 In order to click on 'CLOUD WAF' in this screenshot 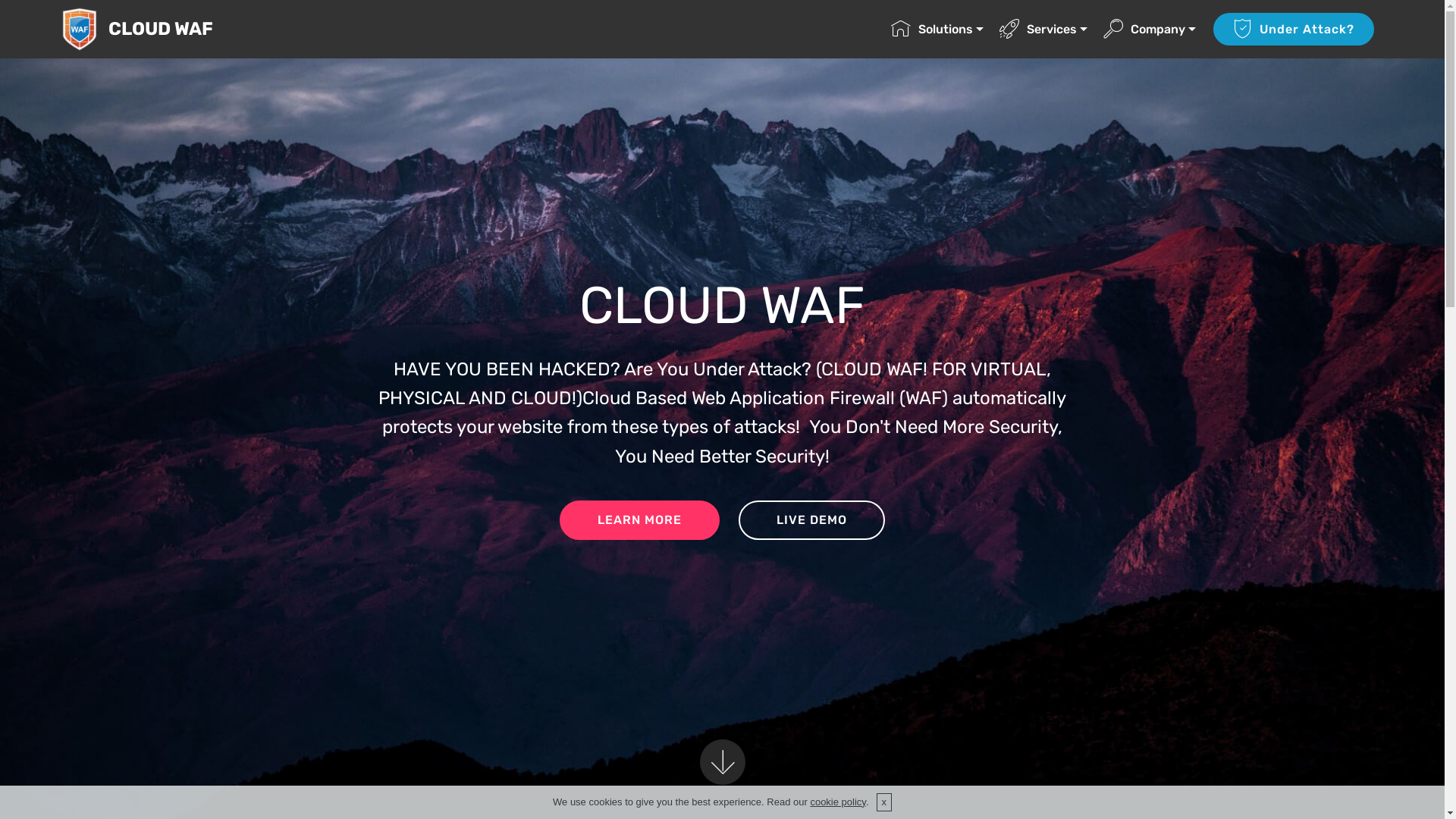, I will do `click(172, 29)`.